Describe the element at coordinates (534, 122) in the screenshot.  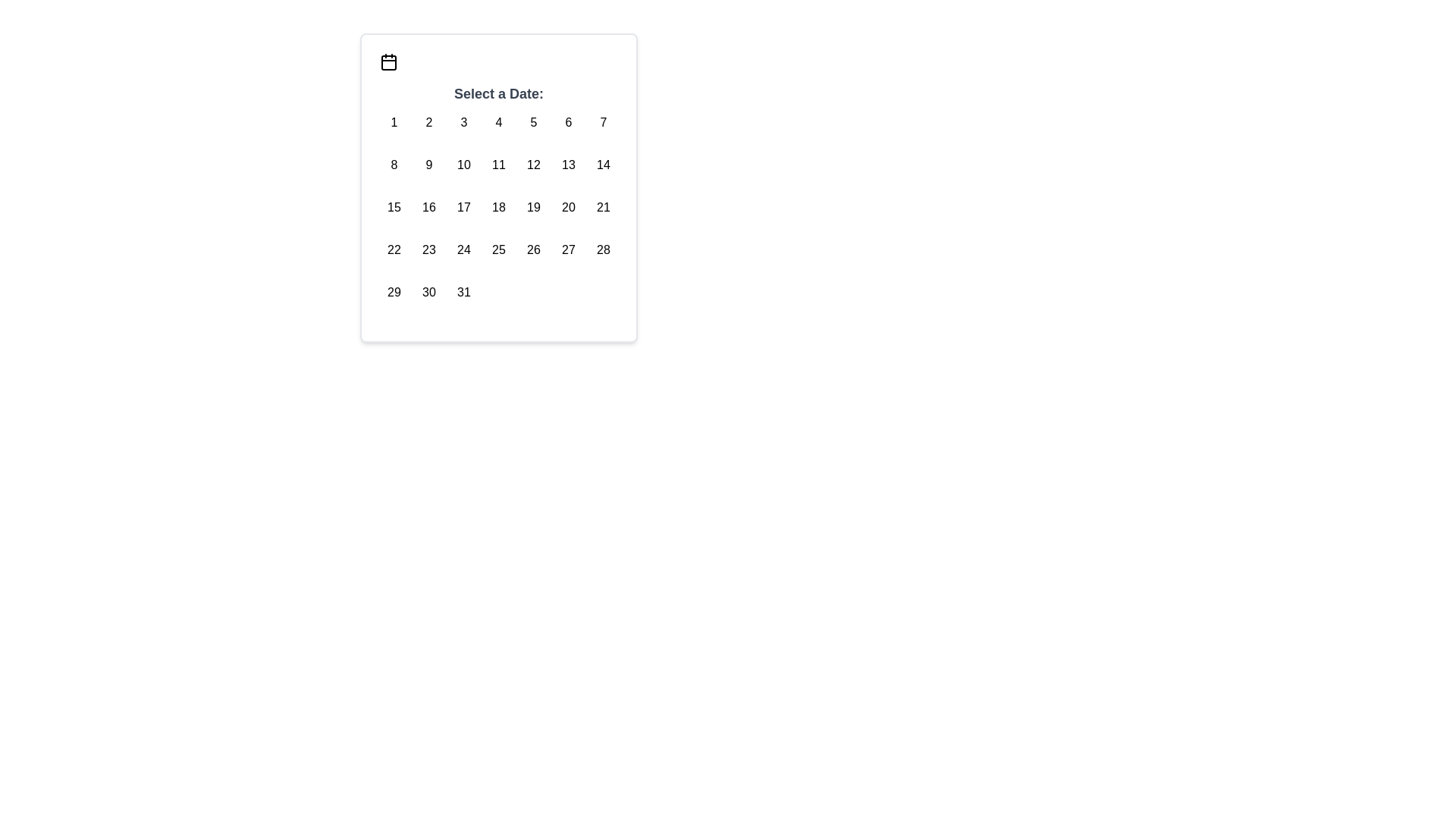
I see `the rounded button displaying the number '5'` at that location.